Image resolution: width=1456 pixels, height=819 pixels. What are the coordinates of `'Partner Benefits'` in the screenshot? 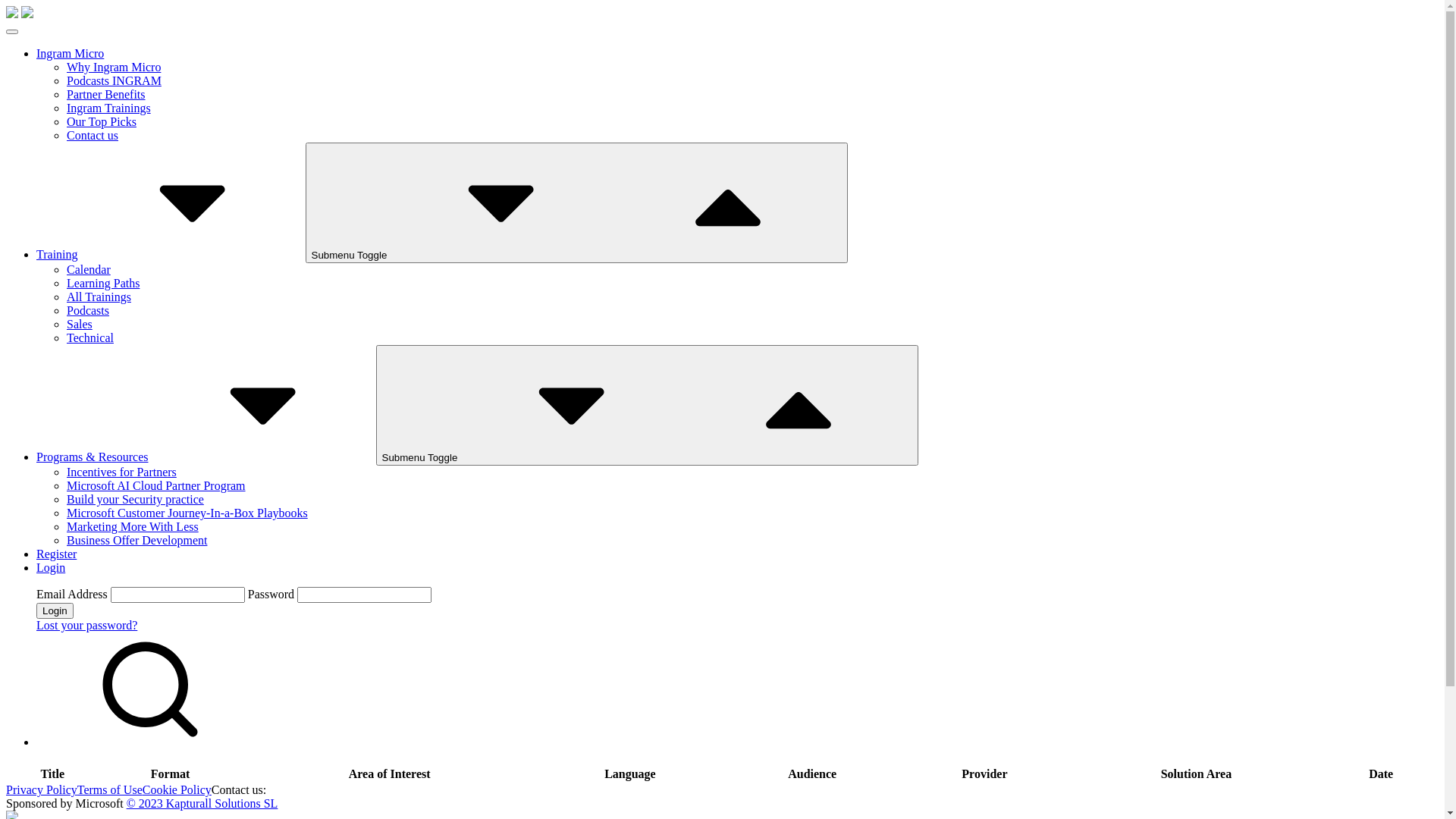 It's located at (65, 94).